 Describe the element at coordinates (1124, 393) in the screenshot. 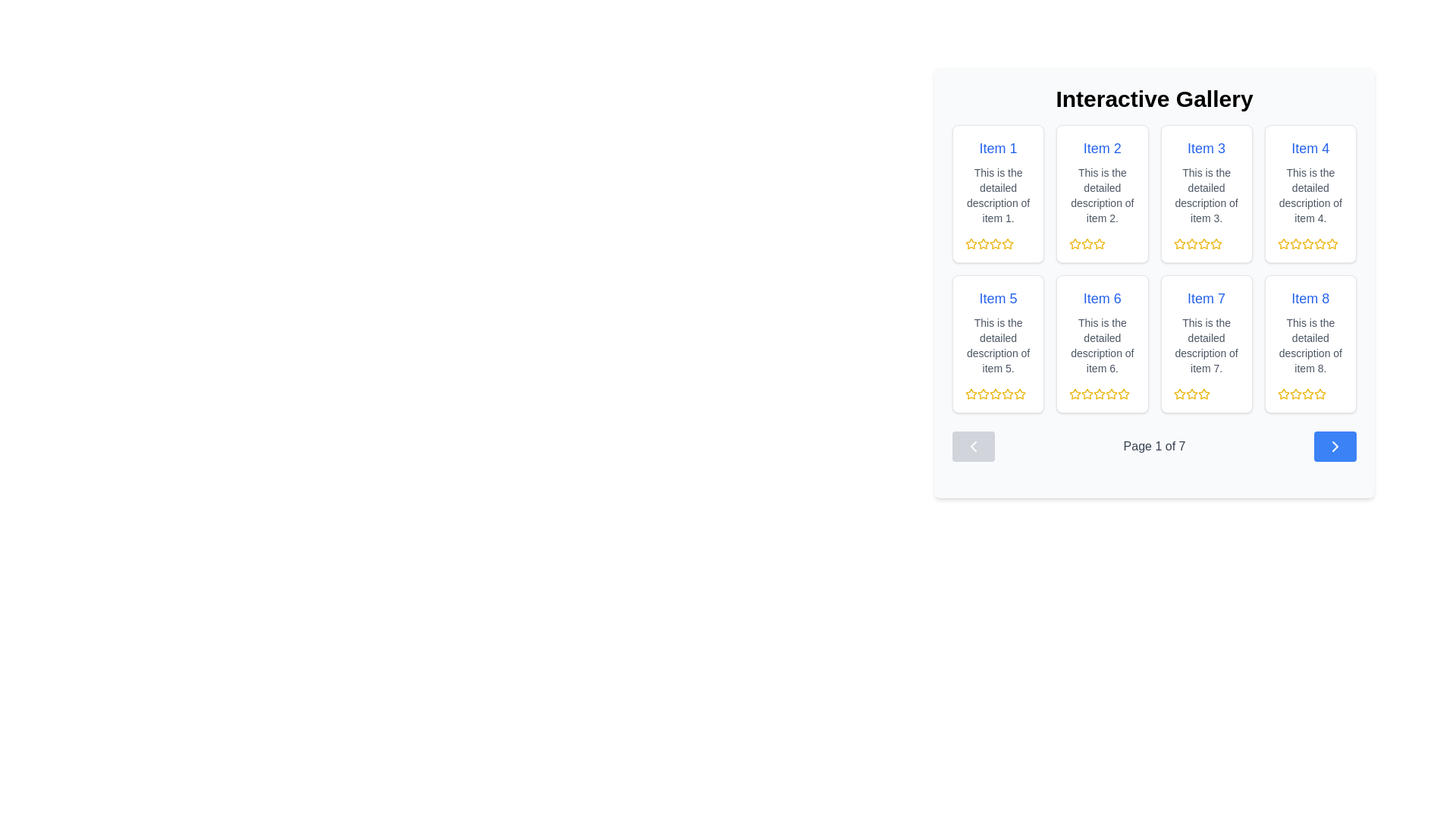

I see `the third star in the rating system for 'Item 6' to visualize an effect` at that location.